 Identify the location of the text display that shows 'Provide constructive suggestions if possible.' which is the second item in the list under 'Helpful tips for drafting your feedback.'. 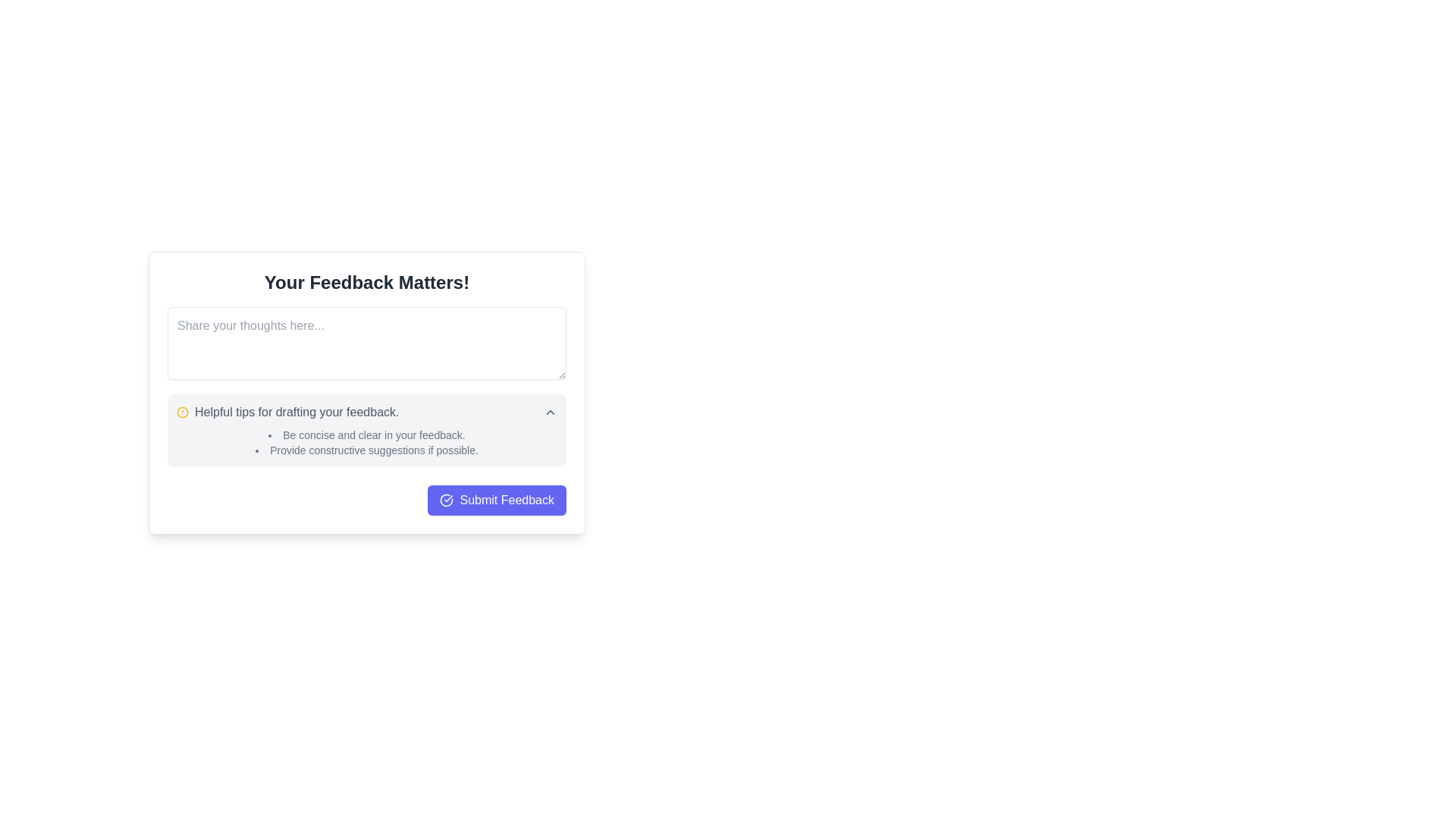
(367, 450).